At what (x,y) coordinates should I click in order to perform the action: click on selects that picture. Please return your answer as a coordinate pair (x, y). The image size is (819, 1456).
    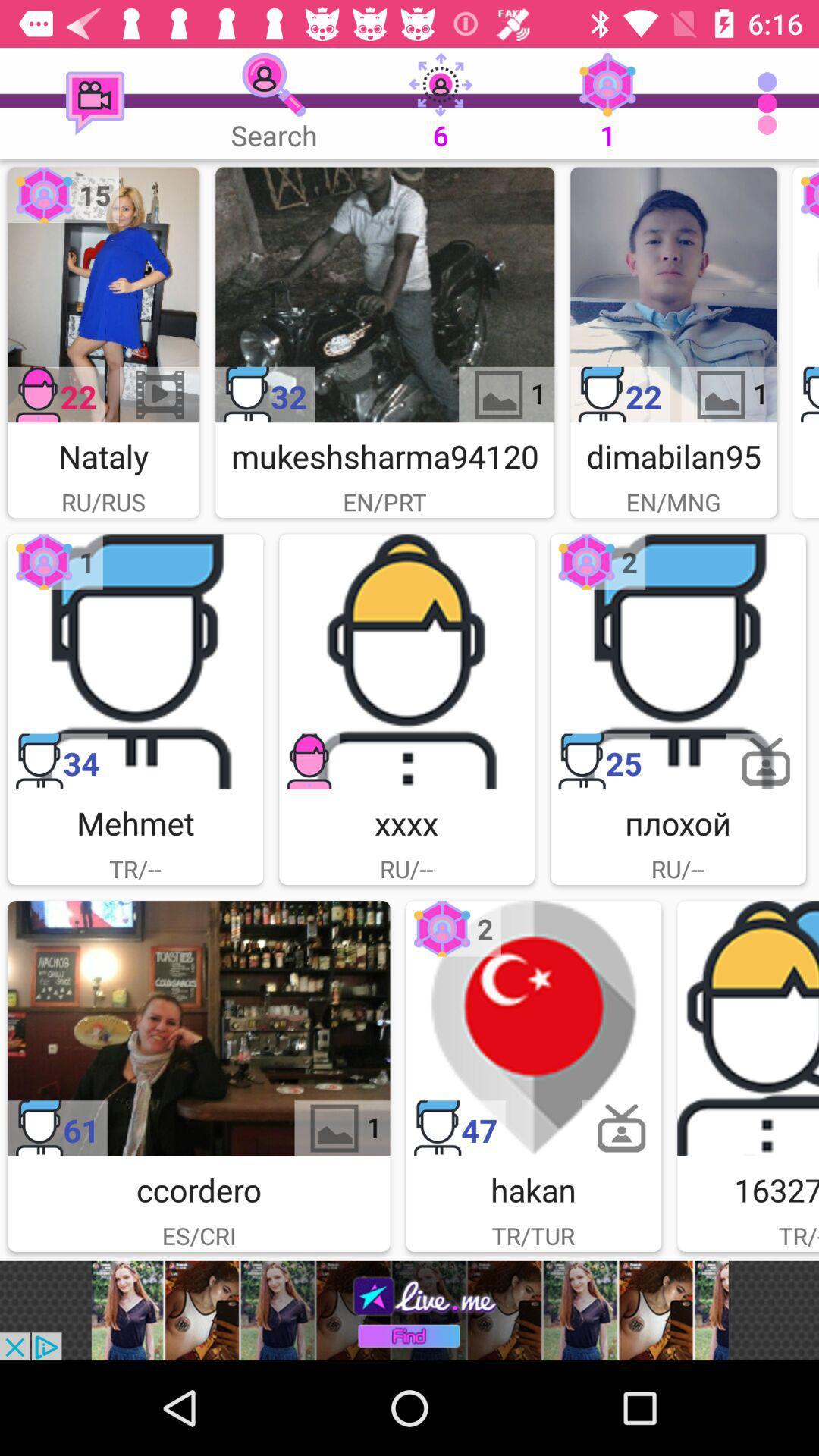
    Looking at the image, I should click on (677, 661).